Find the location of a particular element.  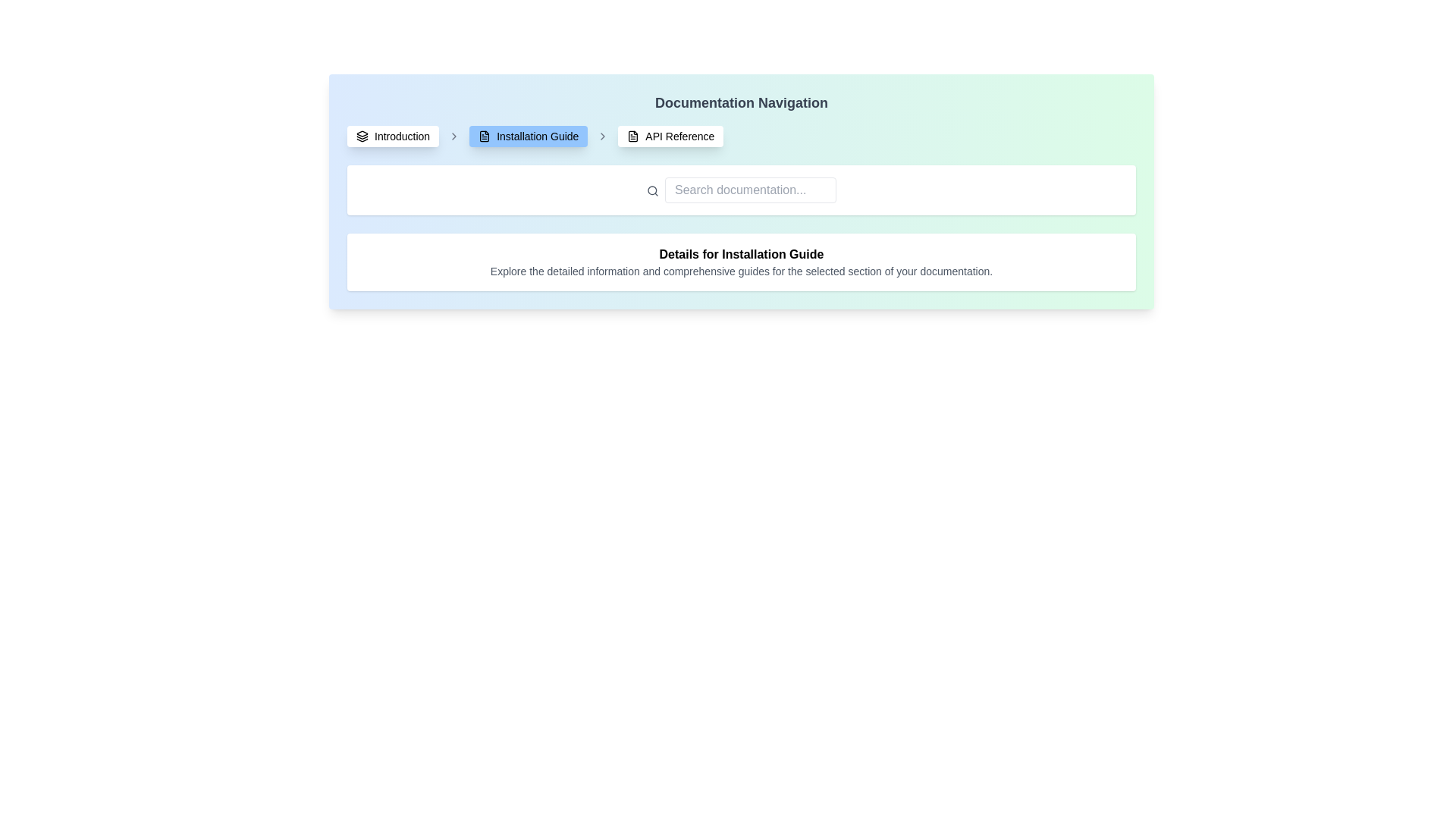

the 'Installation Guide' navigation button located in the horizontal navigation bar, positioned between the 'Introduction' and 'API Reference' buttons is located at coordinates (529, 136).